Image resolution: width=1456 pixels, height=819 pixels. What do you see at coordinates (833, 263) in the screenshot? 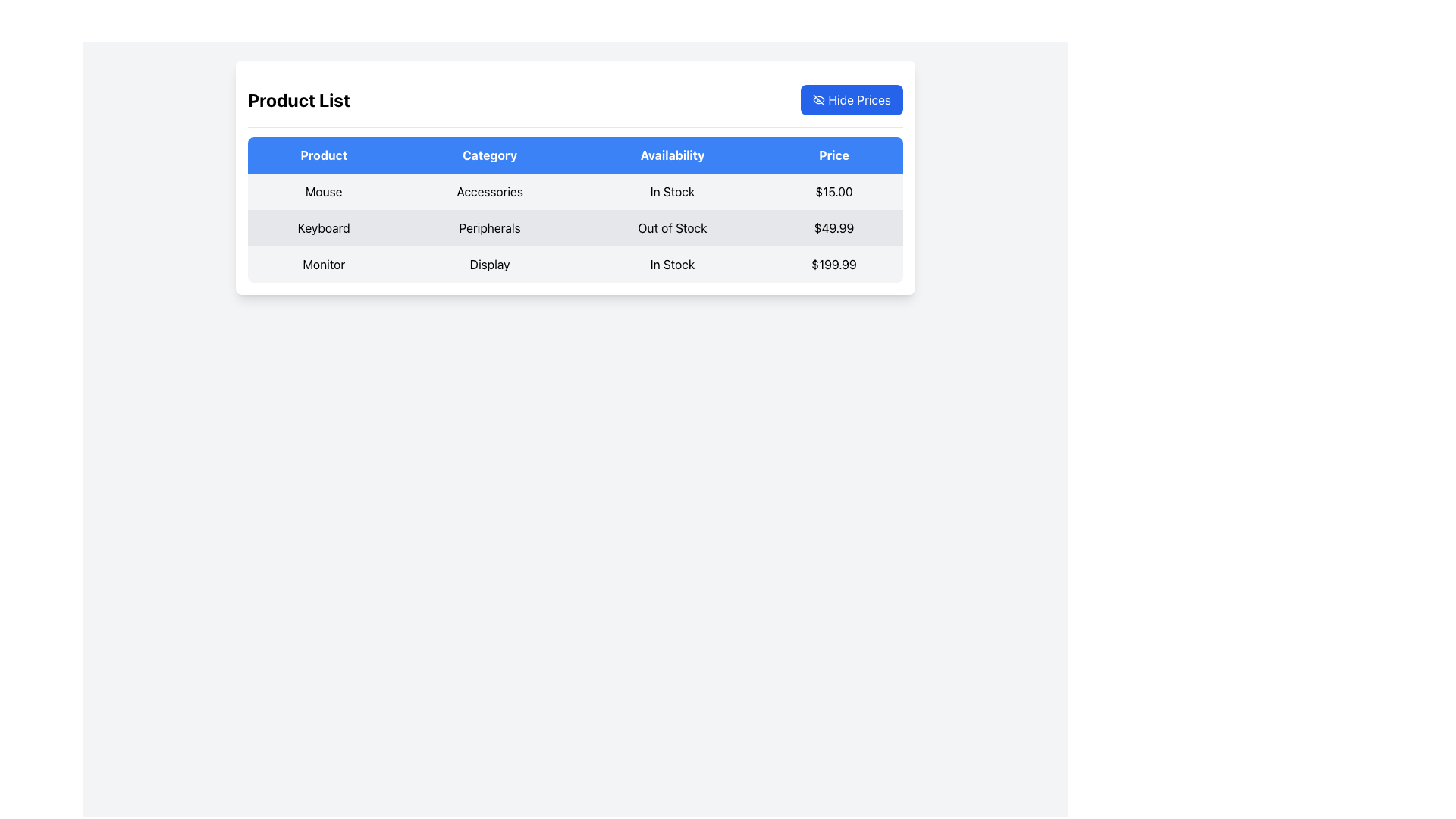
I see `static text displaying the price '$199.99' located in the last column of the third row under the 'Price' header in a table` at bounding box center [833, 263].